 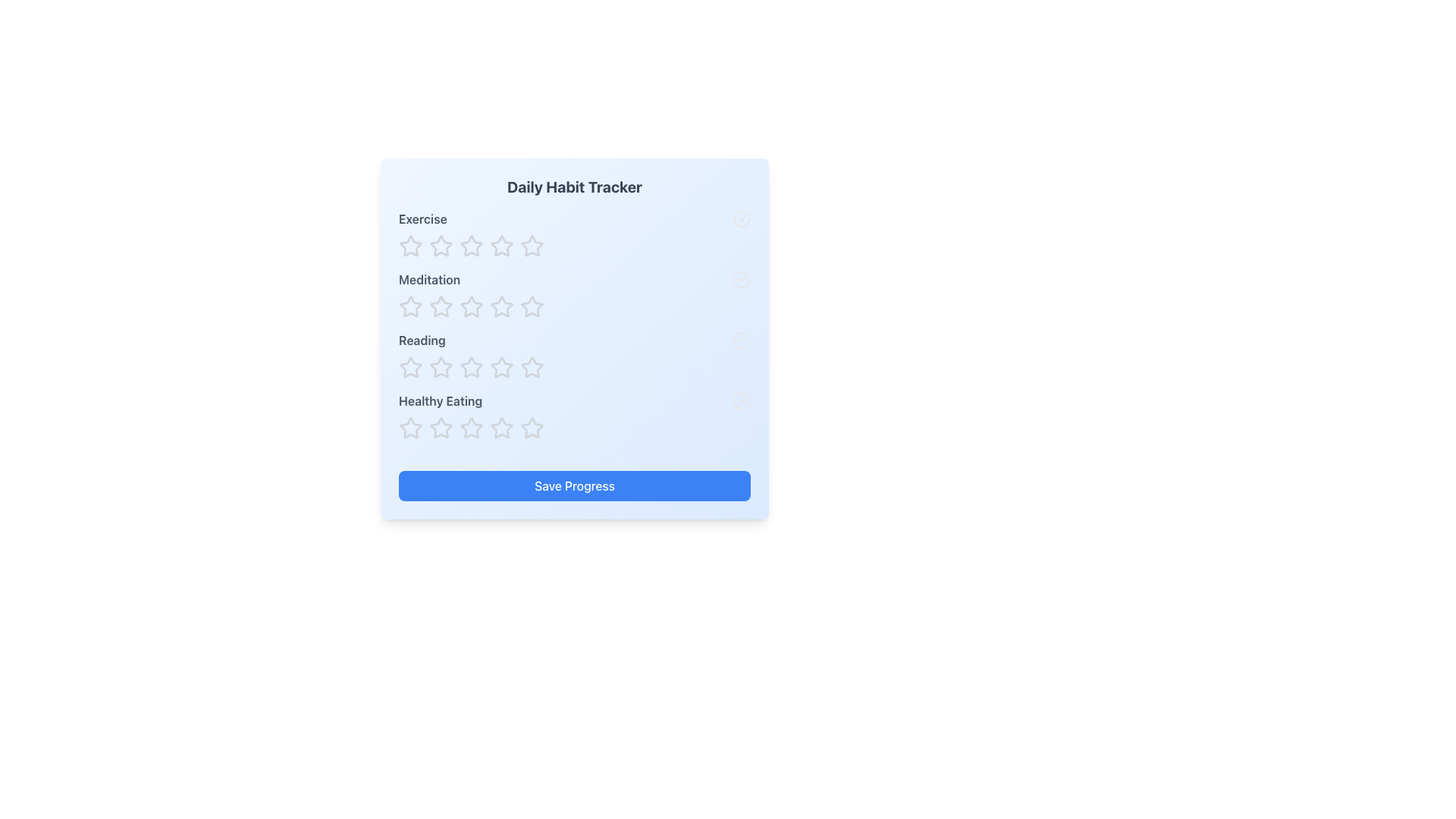 I want to click on the third star-shaped interactive button in the 'Healthy Eating' section, which is styled with a light gray border and scales slightly on hover, so click(x=440, y=428).